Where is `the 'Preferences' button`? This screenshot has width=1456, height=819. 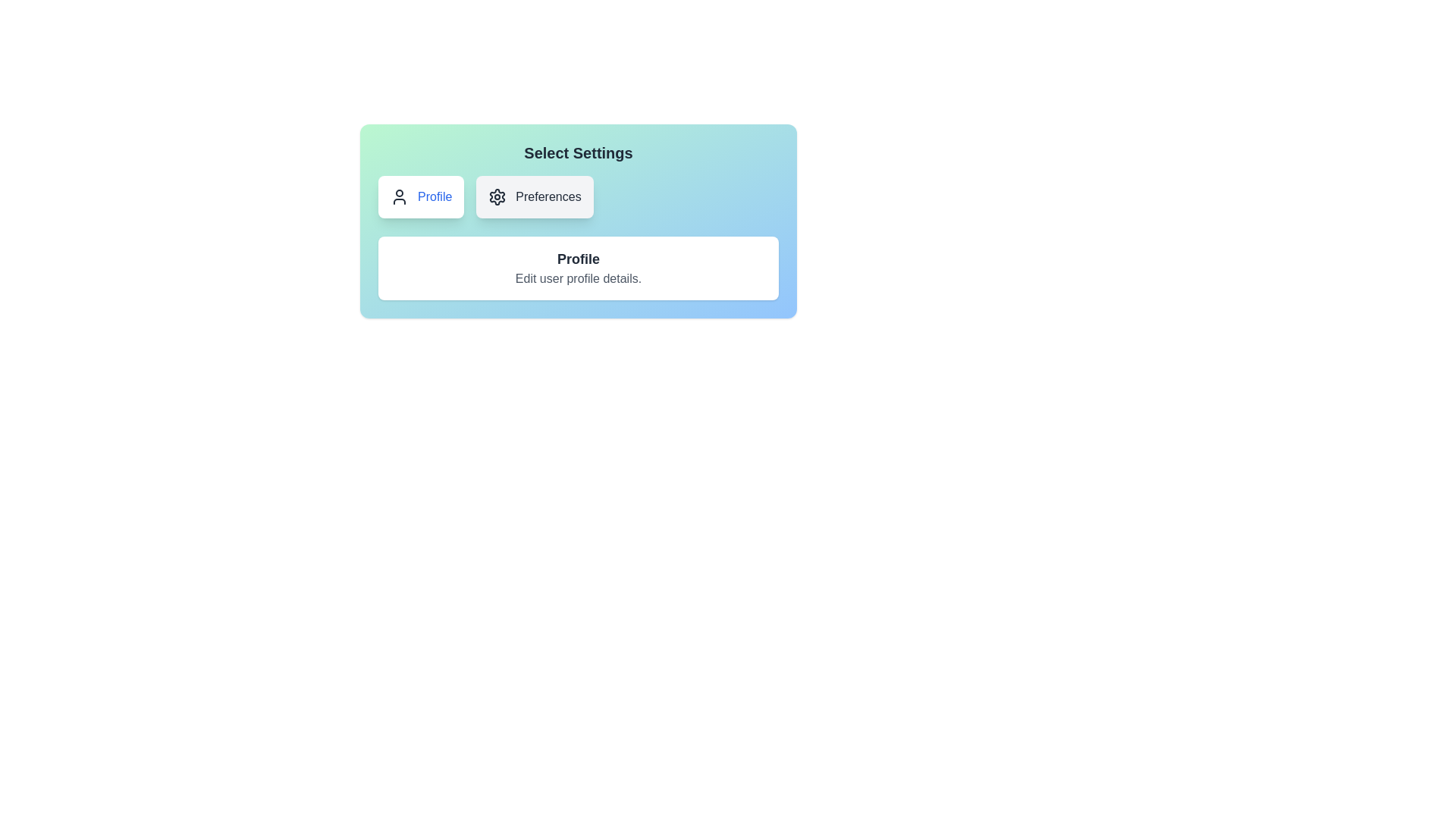
the 'Preferences' button is located at coordinates (535, 196).